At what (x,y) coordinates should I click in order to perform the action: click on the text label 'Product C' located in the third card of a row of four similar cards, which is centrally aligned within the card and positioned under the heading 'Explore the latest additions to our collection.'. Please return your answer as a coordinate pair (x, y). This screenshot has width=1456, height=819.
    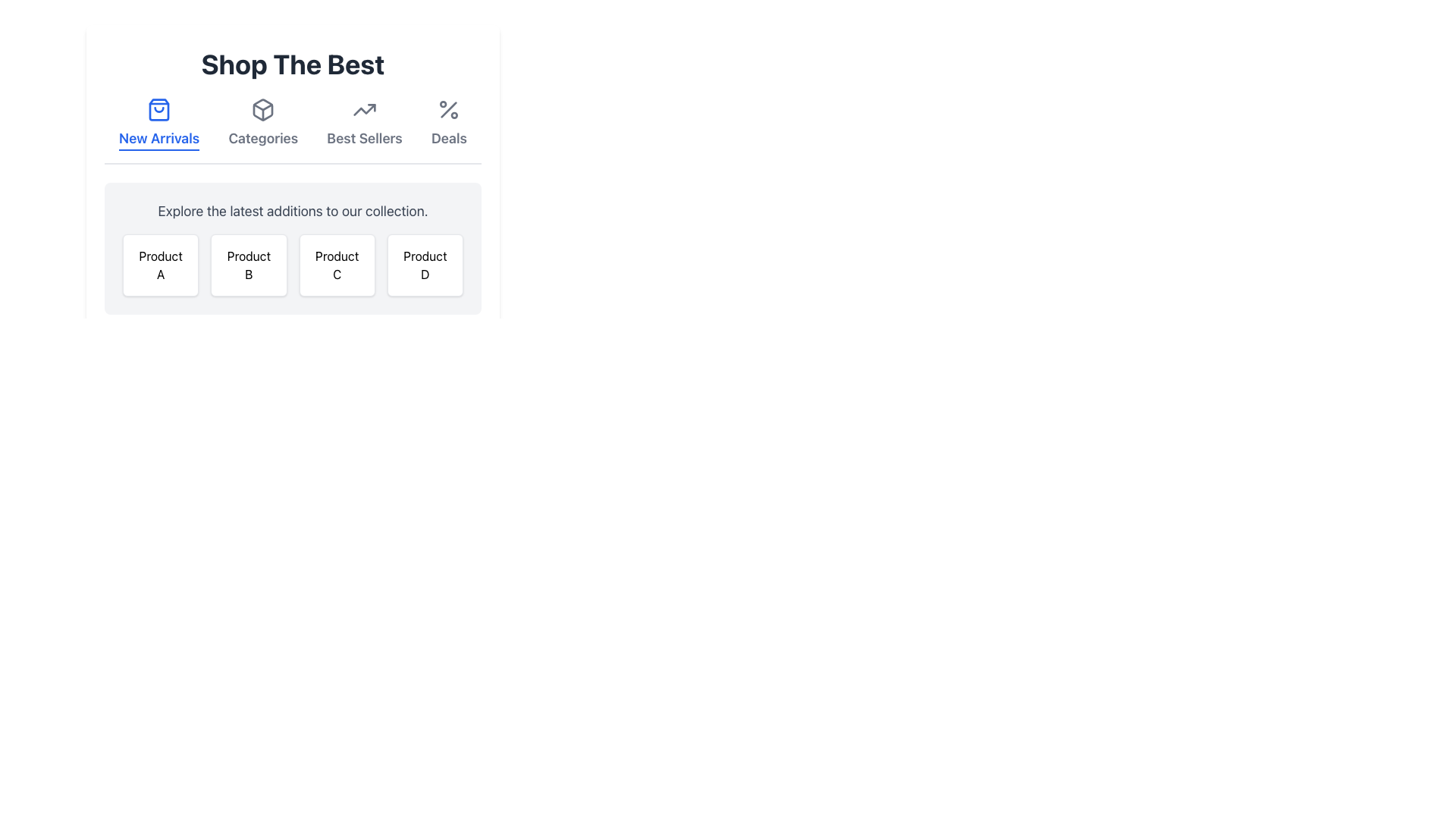
    Looking at the image, I should click on (336, 265).